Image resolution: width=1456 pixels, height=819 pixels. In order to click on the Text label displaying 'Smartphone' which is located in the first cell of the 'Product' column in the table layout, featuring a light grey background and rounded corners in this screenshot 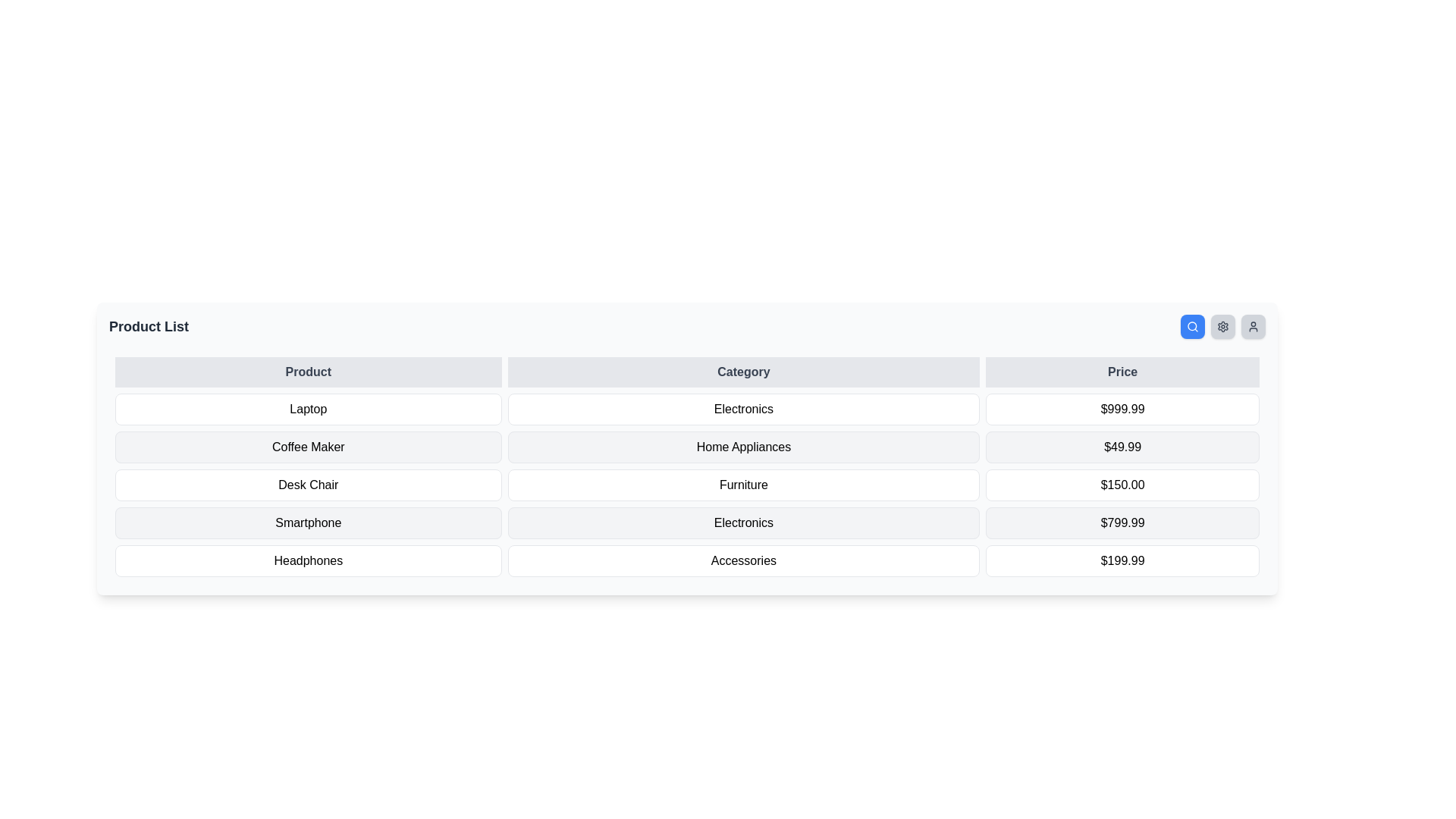, I will do `click(307, 522)`.